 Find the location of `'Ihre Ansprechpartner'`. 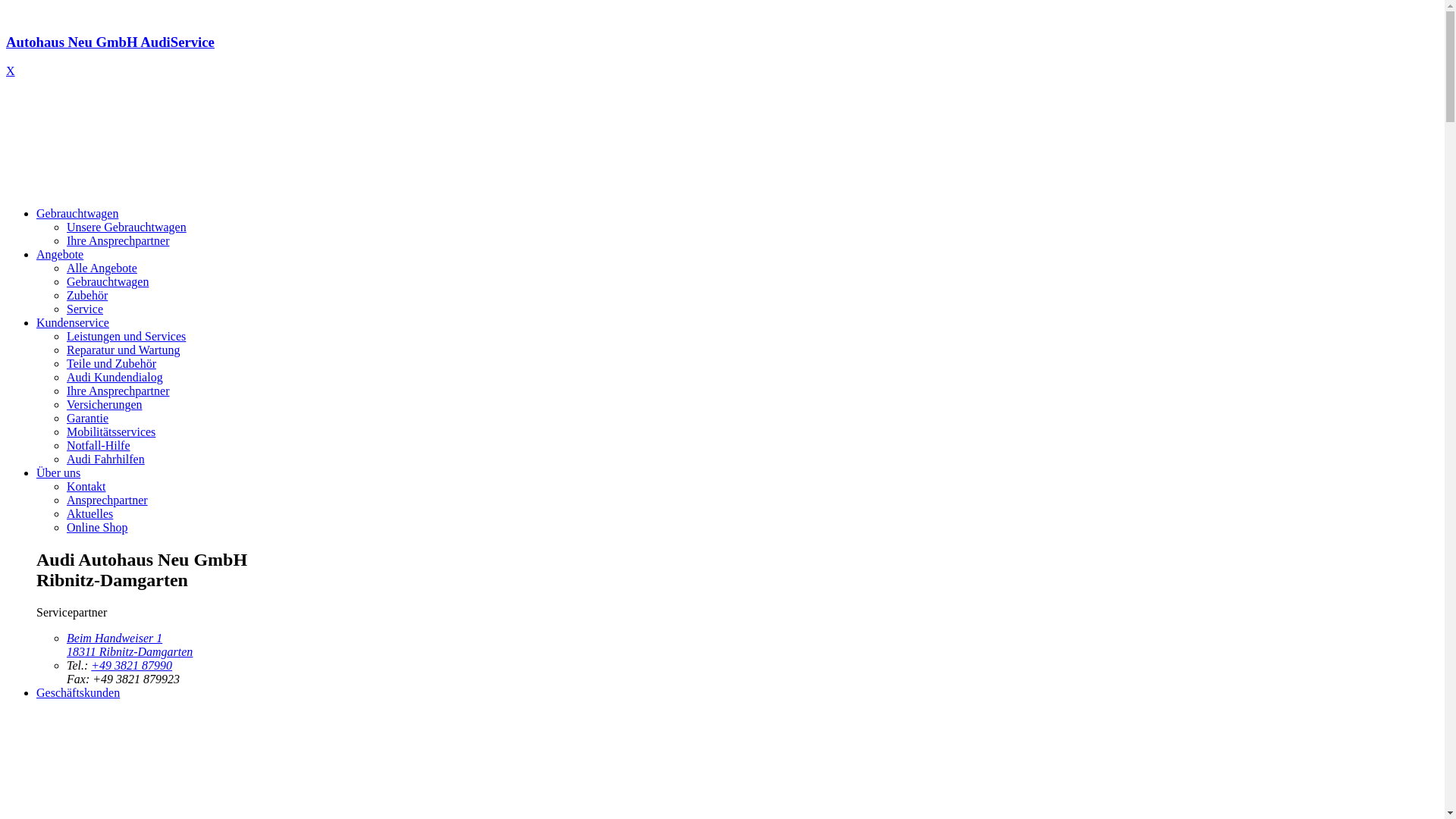

'Ihre Ansprechpartner' is located at coordinates (118, 240).